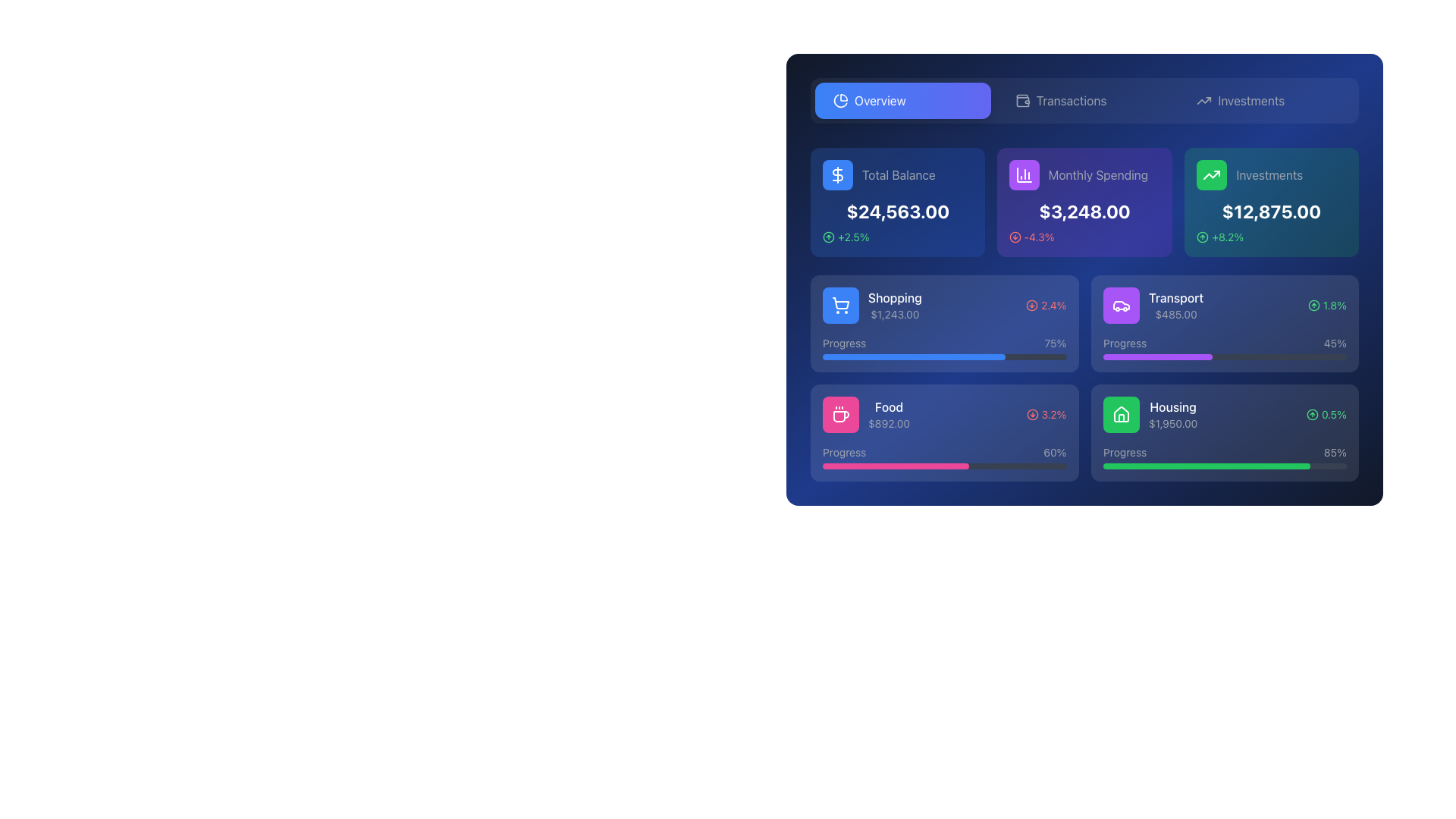 The width and height of the screenshot is (1456, 819). Describe the element at coordinates (839, 305) in the screenshot. I see `the blue square button with rounded corners featuring a white shopping cart icon, located in the 'Shopping' section of the dashboard interface` at that location.